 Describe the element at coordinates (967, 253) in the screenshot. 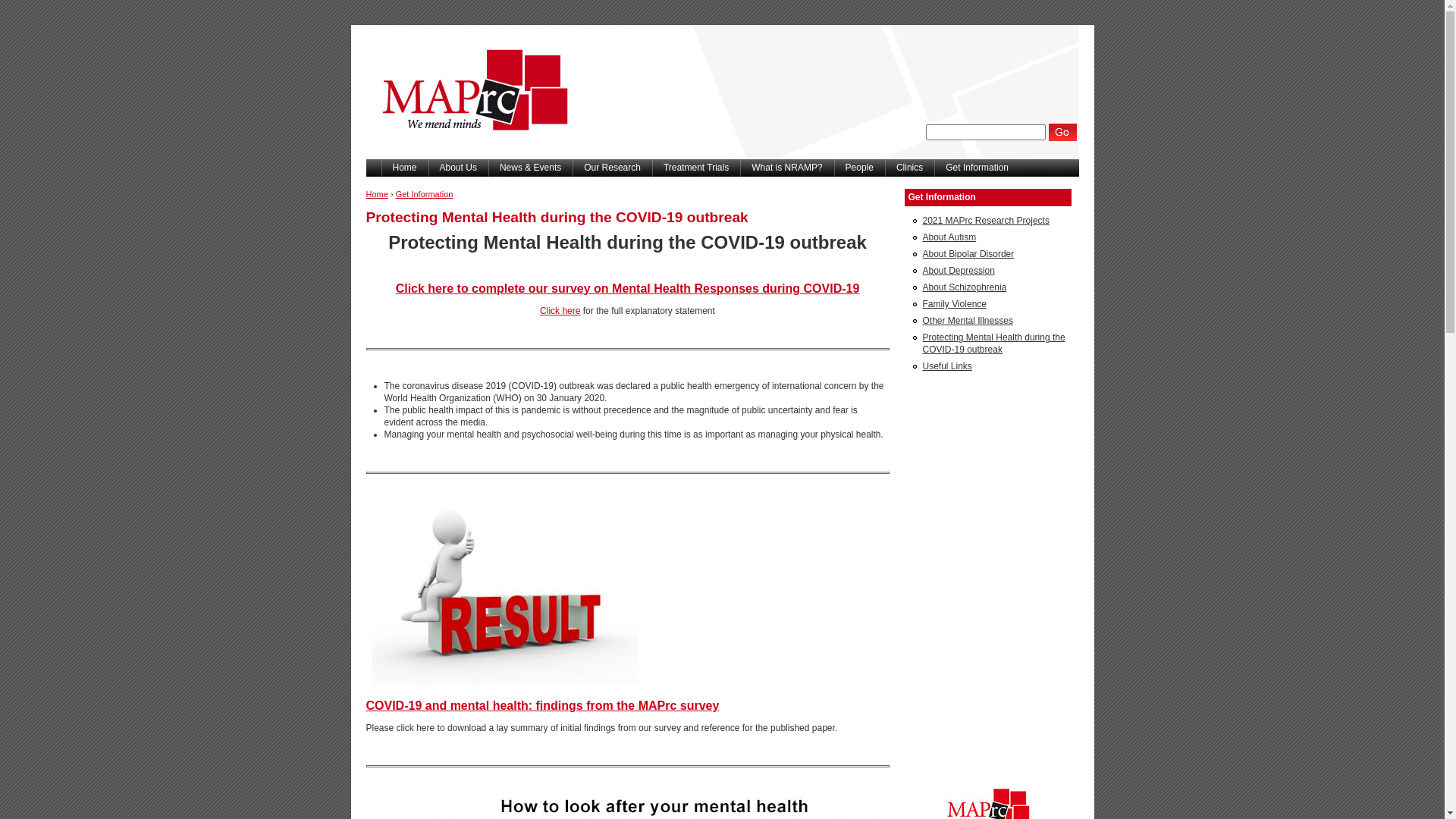

I see `'About Bipolar Disorder'` at that location.